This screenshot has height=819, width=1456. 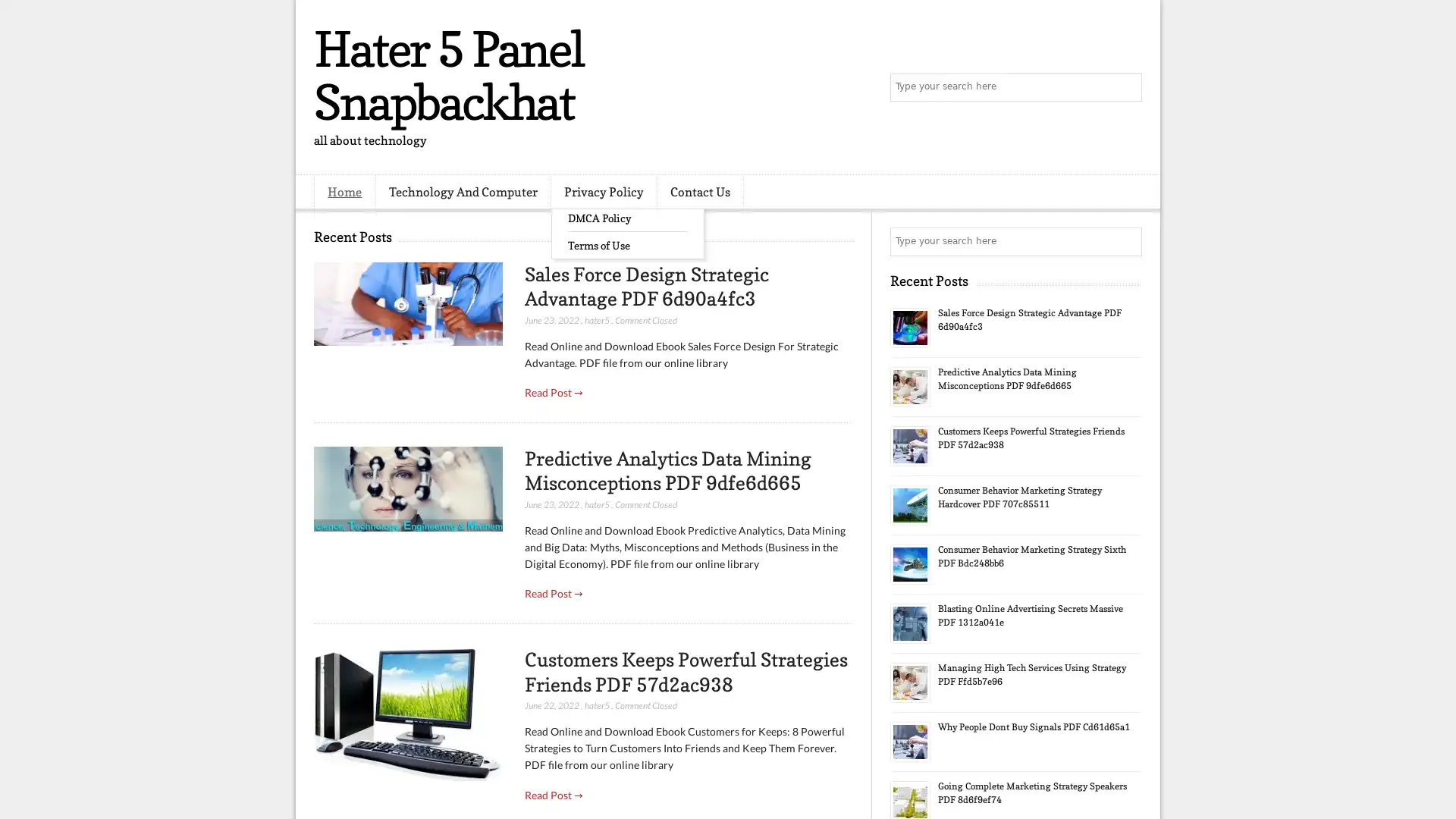 What do you see at coordinates (1126, 241) in the screenshot?
I see `Search` at bounding box center [1126, 241].